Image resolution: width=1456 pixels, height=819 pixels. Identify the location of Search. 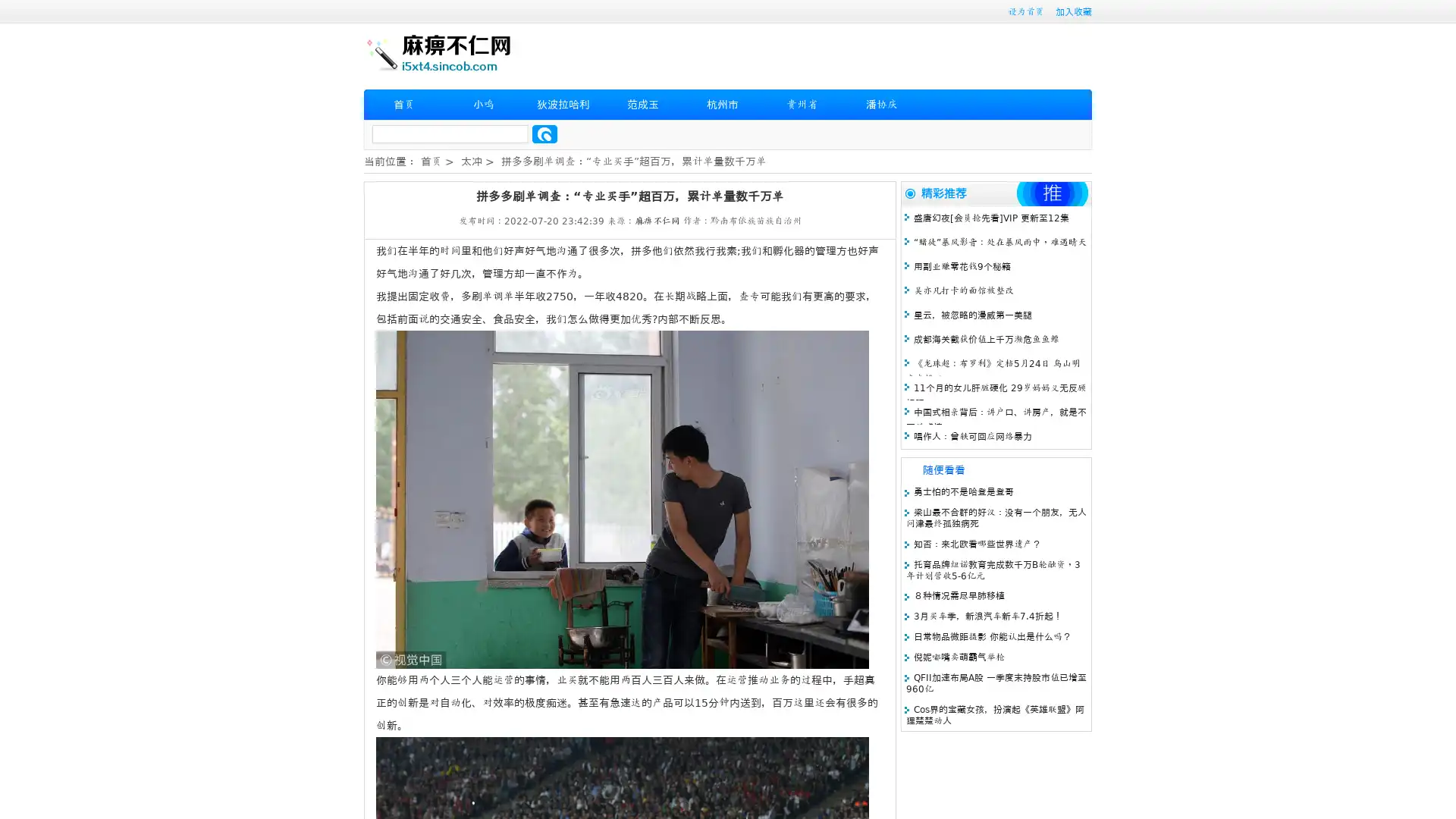
(544, 133).